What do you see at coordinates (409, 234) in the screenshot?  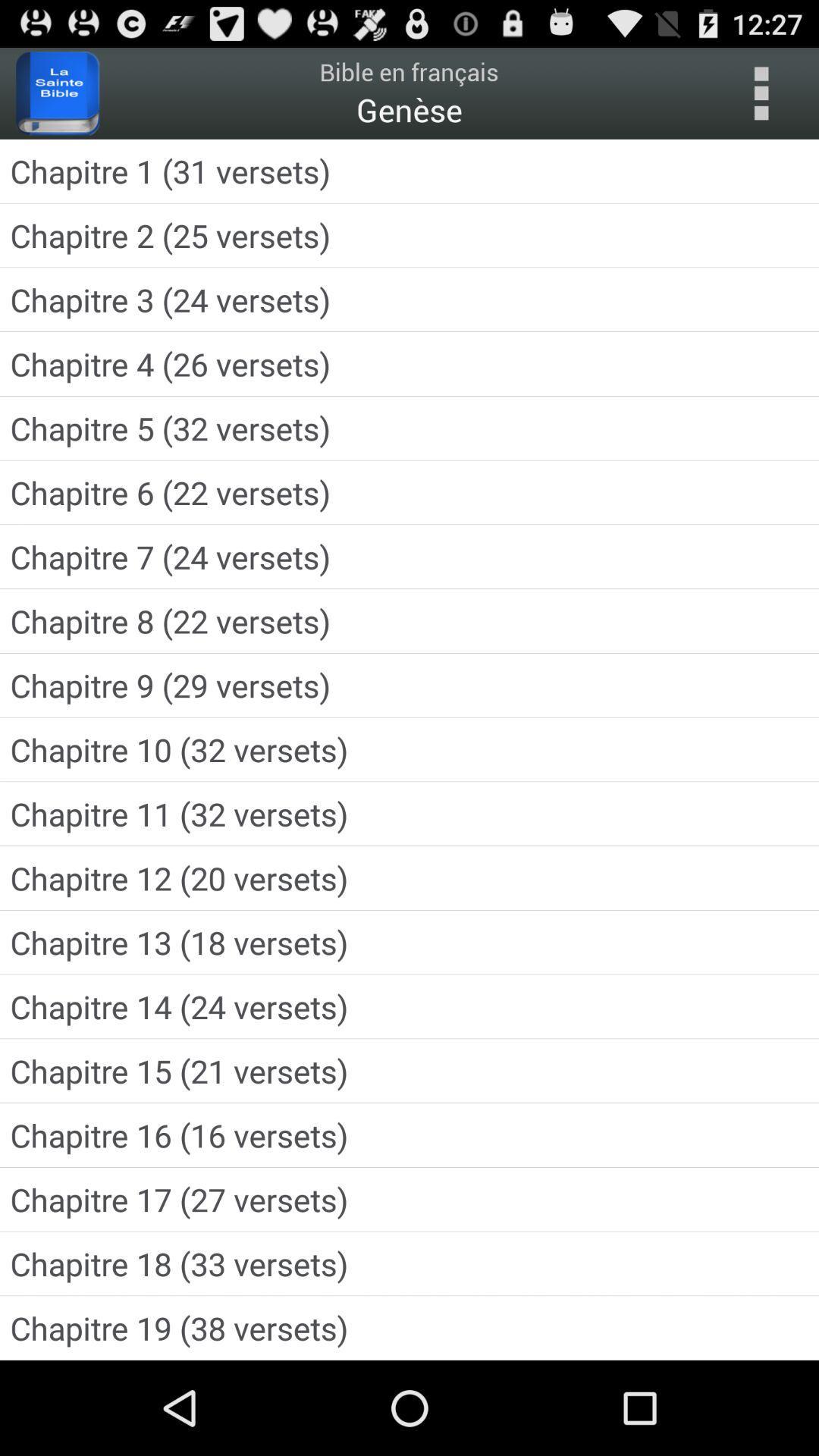 I see `the icon below chapitre 1 31 app` at bounding box center [409, 234].